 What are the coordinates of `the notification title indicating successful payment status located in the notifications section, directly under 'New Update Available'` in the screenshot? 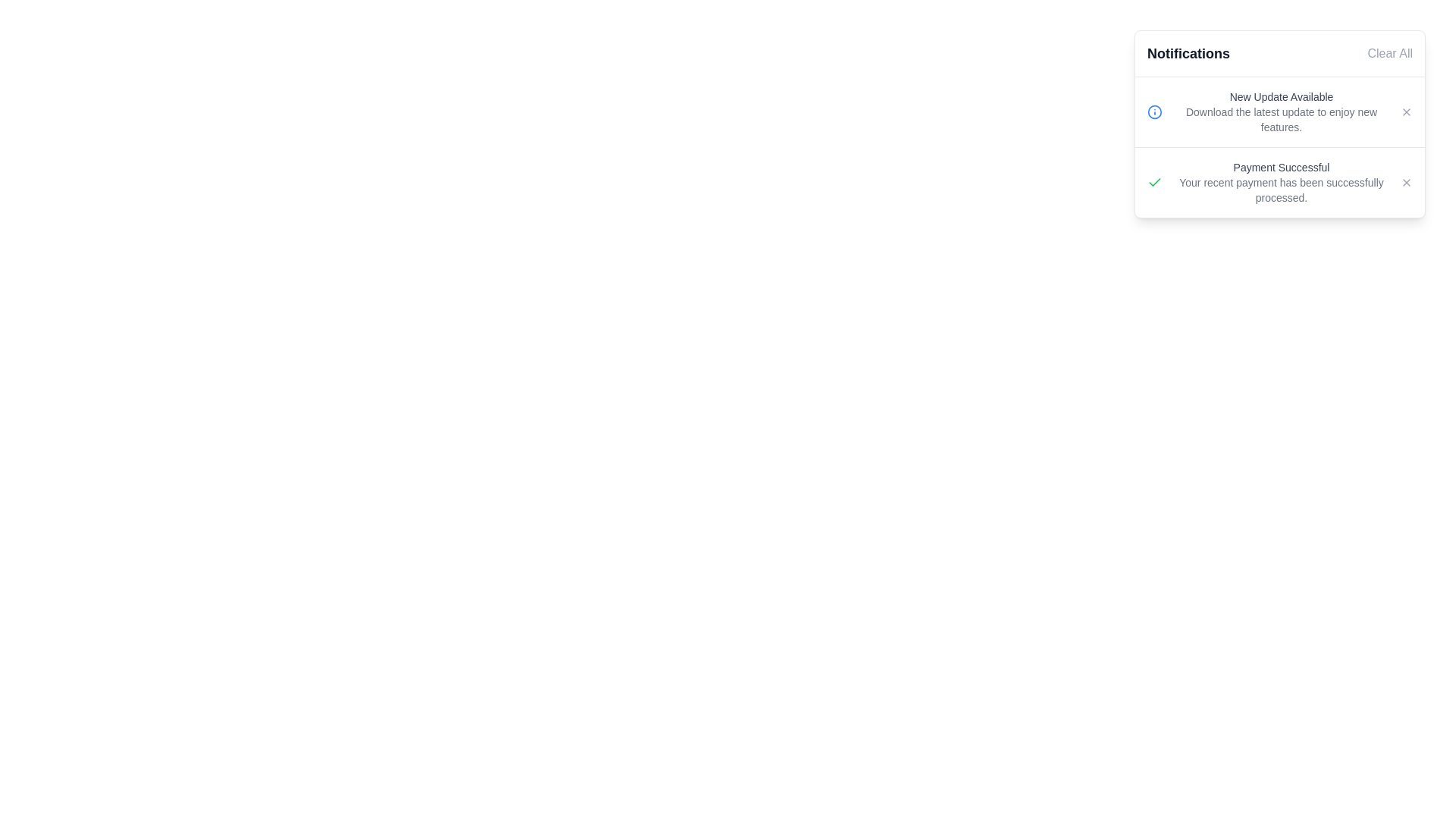 It's located at (1280, 167).